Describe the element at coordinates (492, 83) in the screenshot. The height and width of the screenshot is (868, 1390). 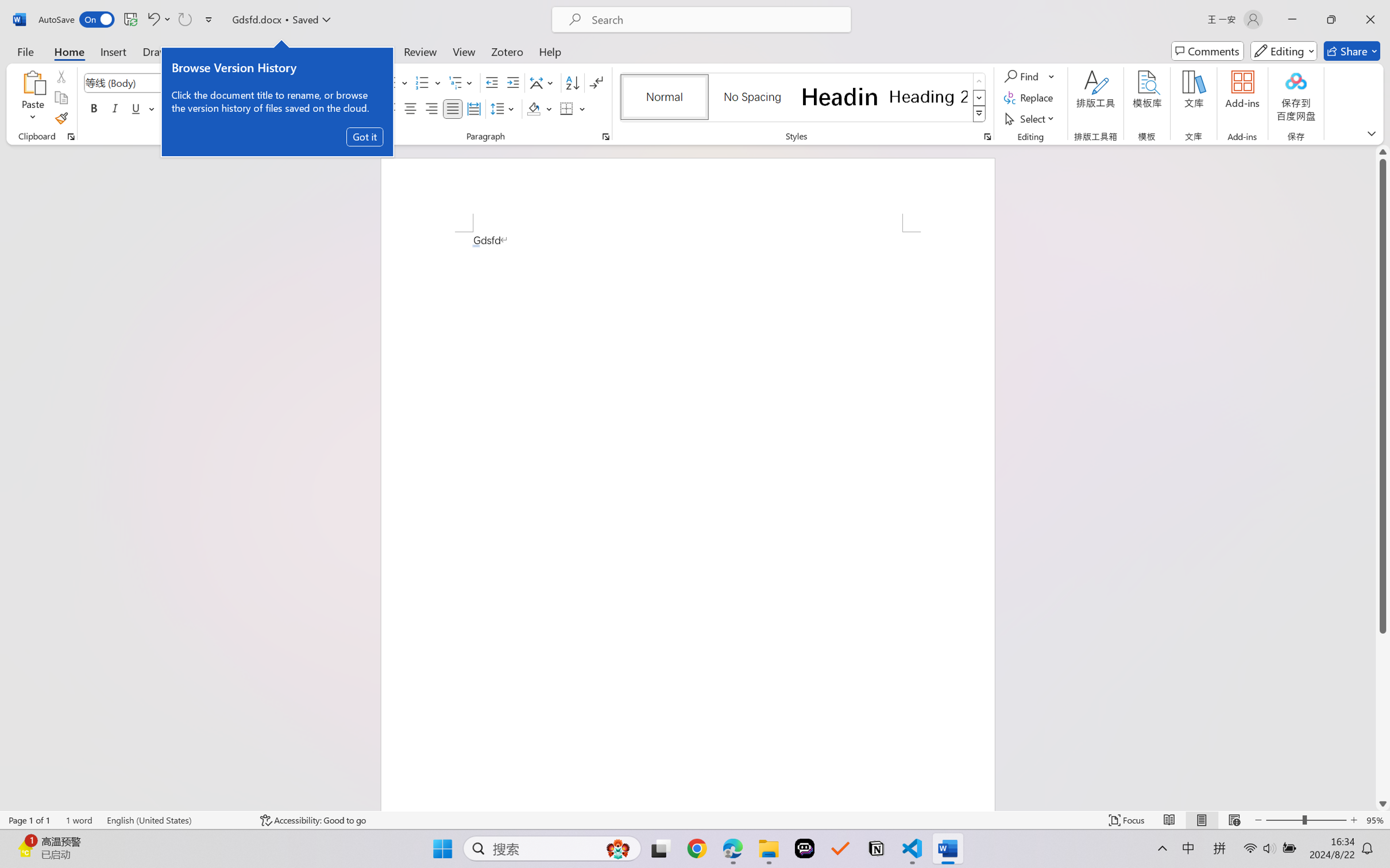
I see `'Decrease Indent'` at that location.